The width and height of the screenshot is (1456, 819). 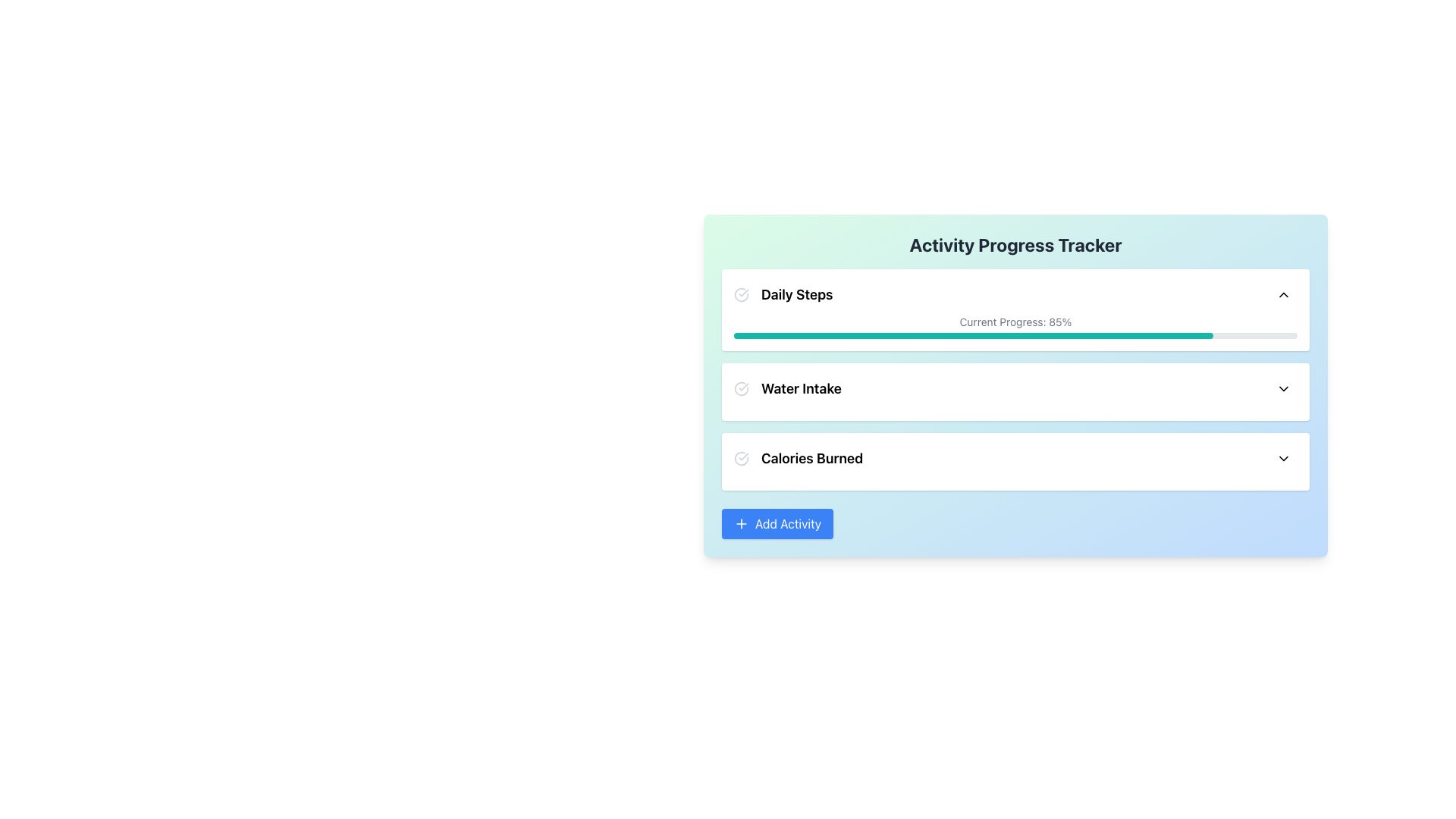 What do you see at coordinates (811, 458) in the screenshot?
I see `the 'Calories Burned' text label which is styled in bold font, located in a vertical list of activity monitoring items underneath 'Daily Steps' and 'Water Intake'` at bounding box center [811, 458].